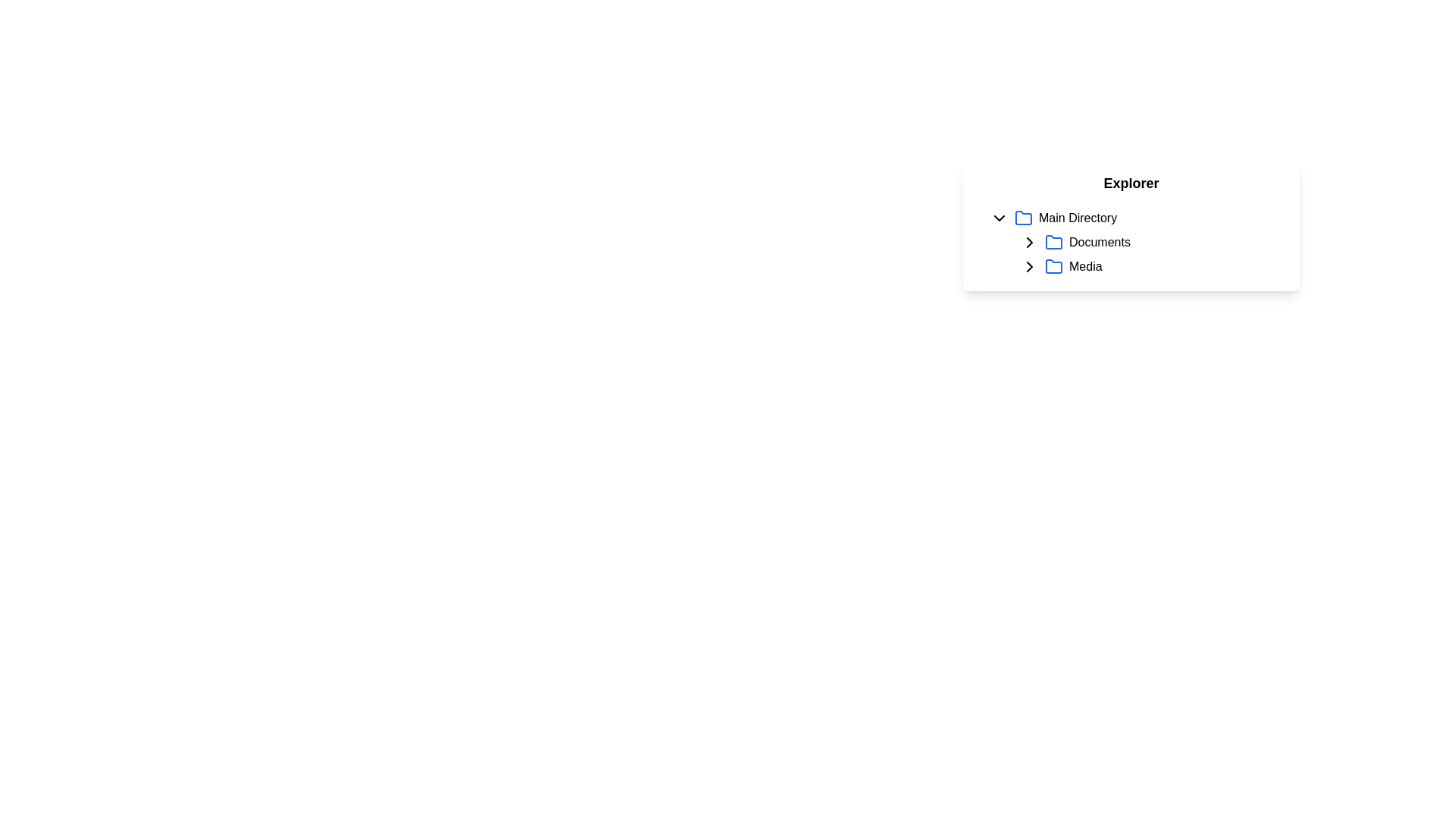  Describe the element at coordinates (1137, 242) in the screenshot. I see `the 'Documents' sub-item in the tree-structured list for keyboard navigation by moving to its center point` at that location.